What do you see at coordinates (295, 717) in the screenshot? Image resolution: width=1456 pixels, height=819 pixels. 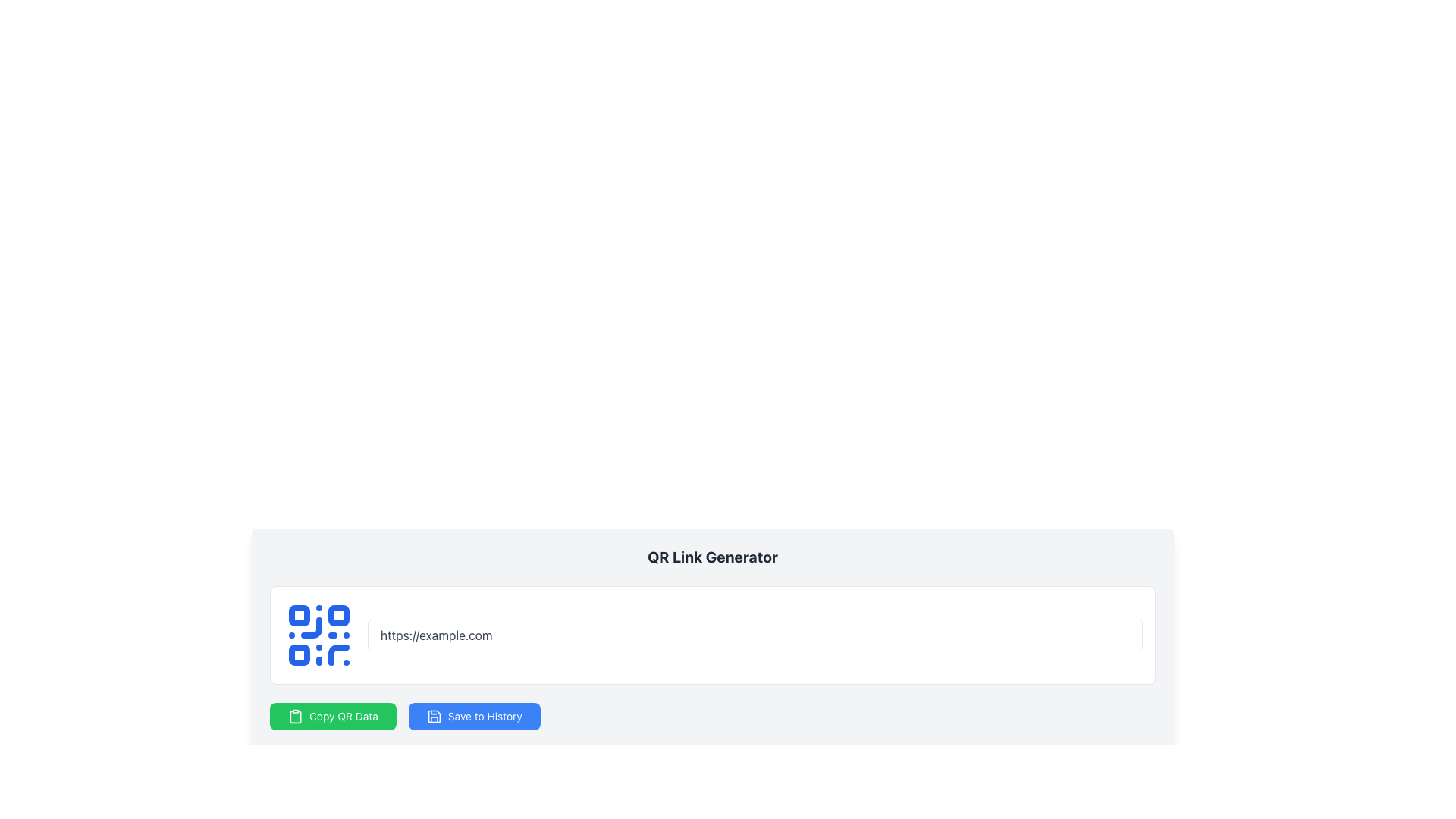 I see `the 'Copy QR Data' button which contains the clipboard-themed icon on its left side` at bounding box center [295, 717].